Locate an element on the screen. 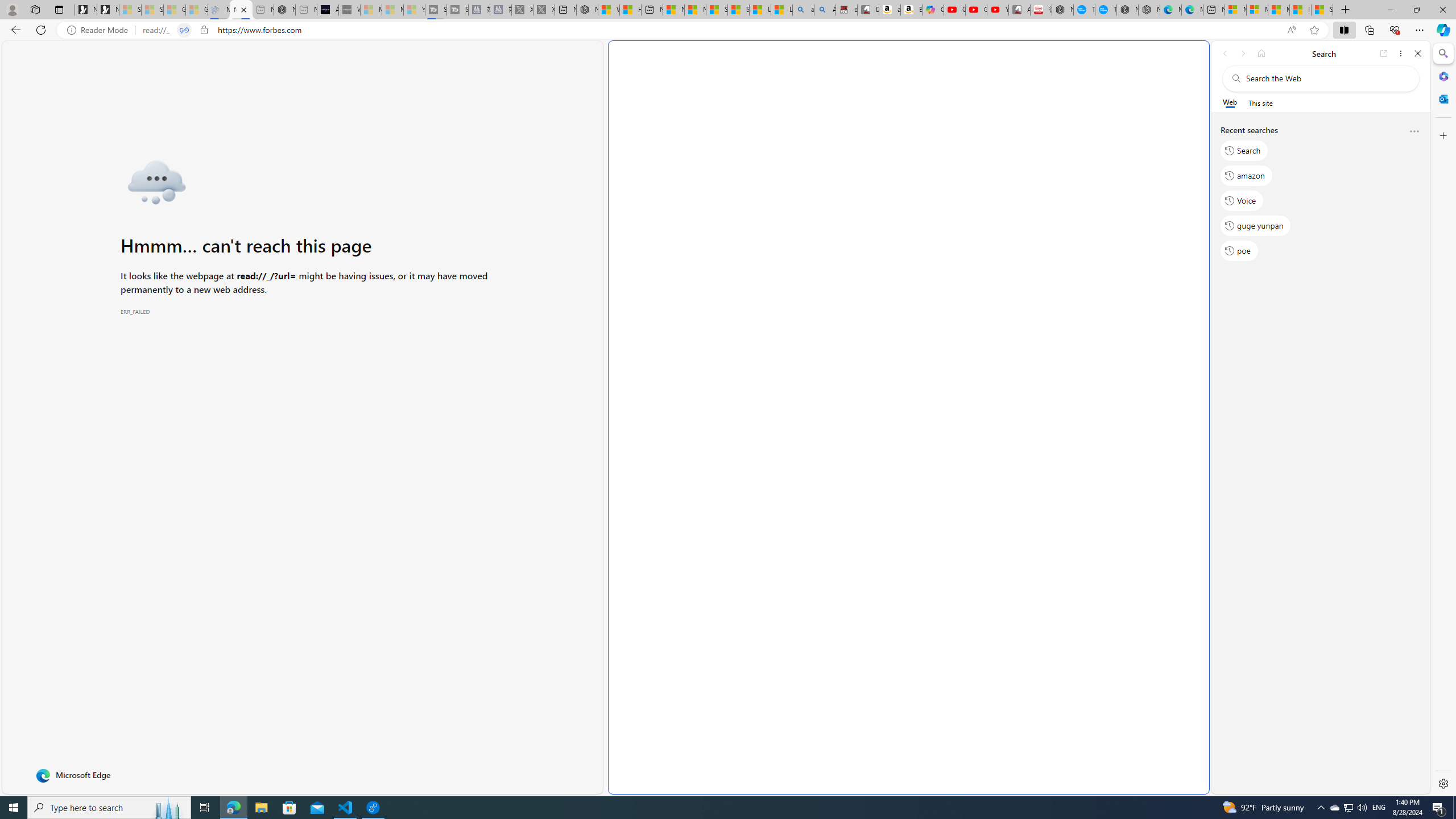 This screenshot has height=819, width=1456. 'This site scope' is located at coordinates (1259, 102).